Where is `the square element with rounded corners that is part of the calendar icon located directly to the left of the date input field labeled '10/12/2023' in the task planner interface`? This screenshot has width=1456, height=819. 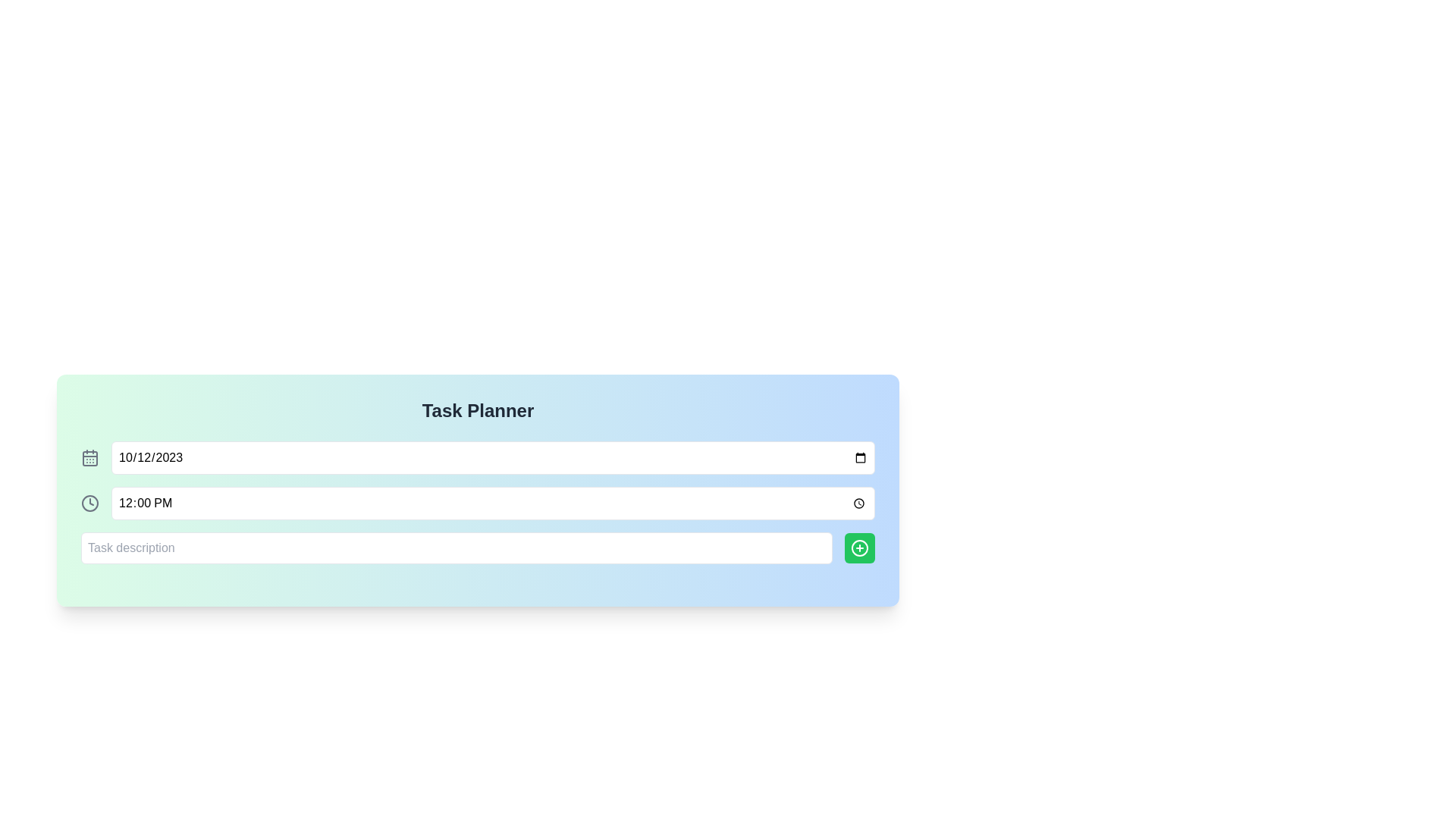
the square element with rounded corners that is part of the calendar icon located directly to the left of the date input field labeled '10/12/2023' in the task planner interface is located at coordinates (89, 458).